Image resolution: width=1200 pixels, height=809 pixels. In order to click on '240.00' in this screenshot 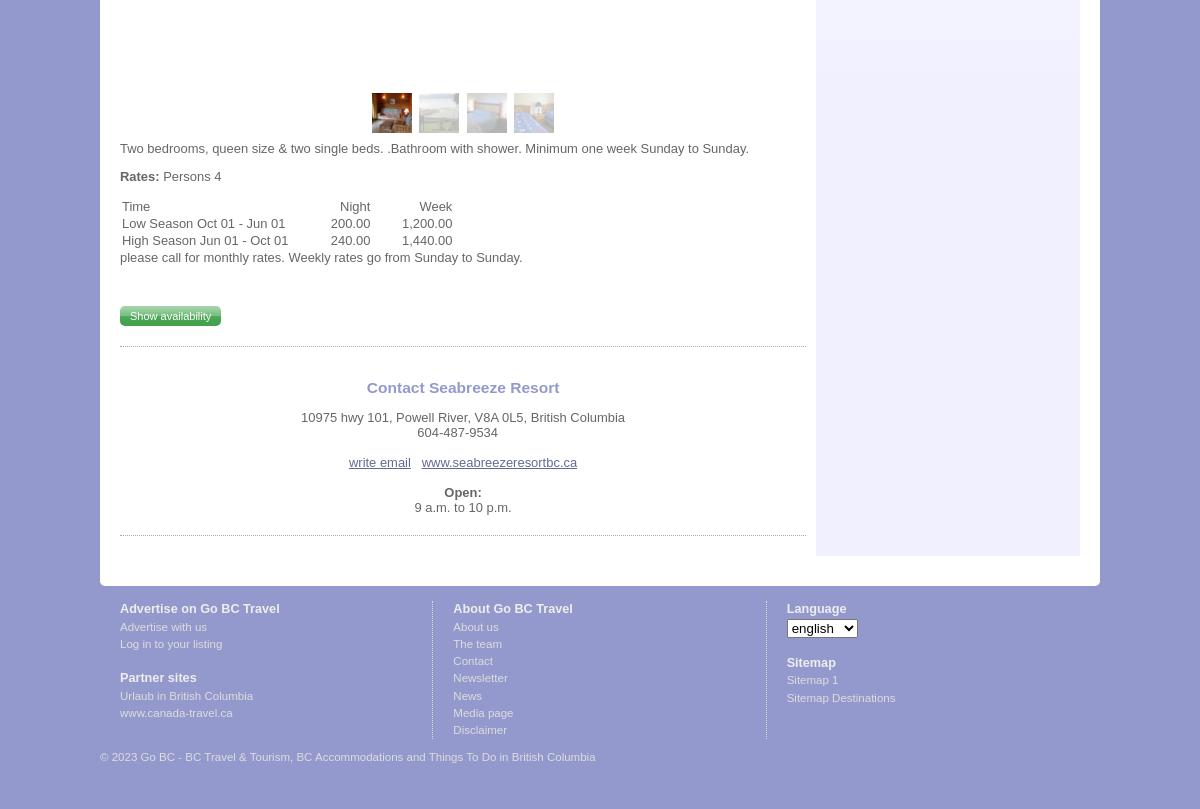, I will do `click(350, 238)`.